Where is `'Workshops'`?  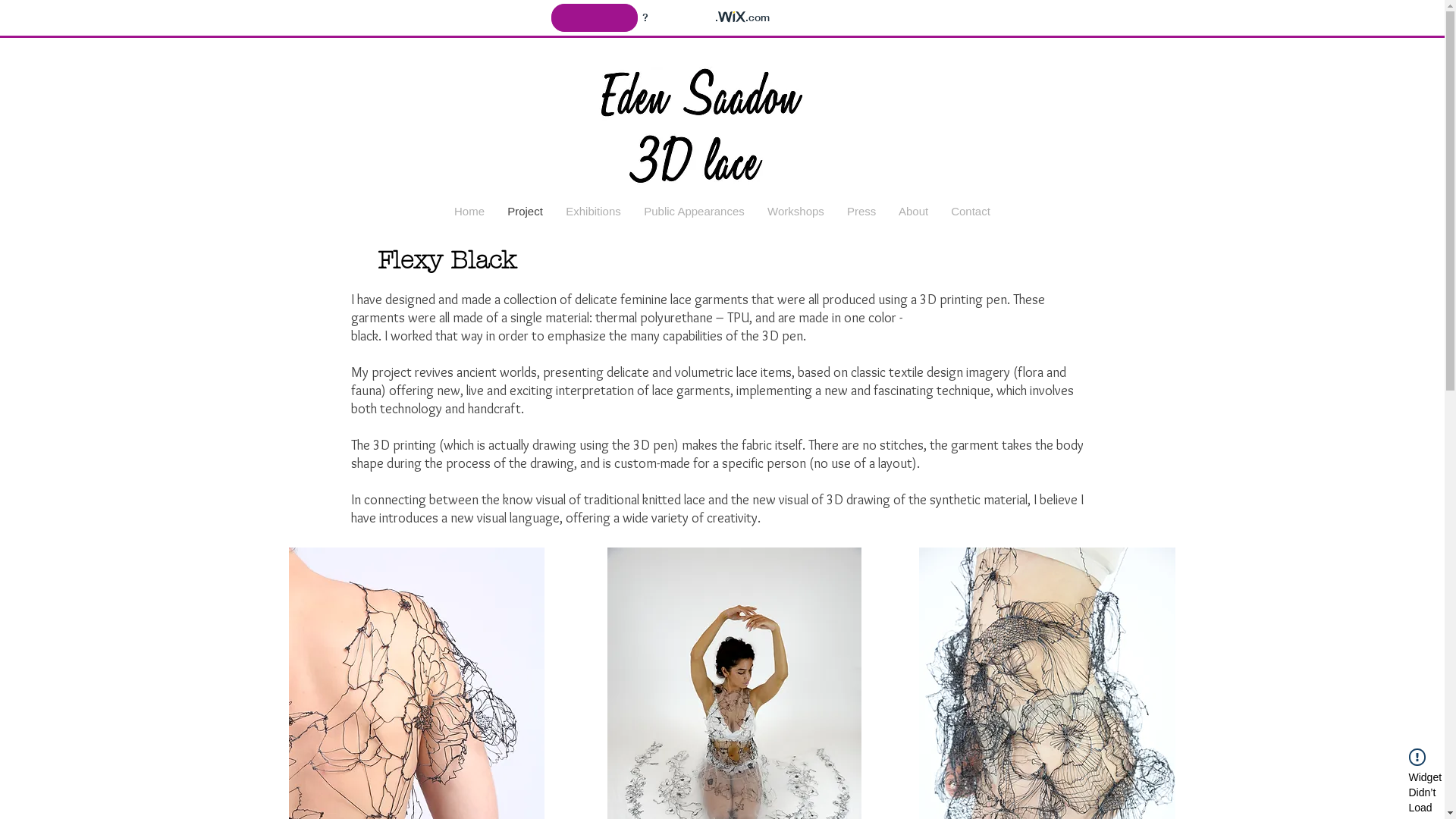 'Workshops' is located at coordinates (795, 211).